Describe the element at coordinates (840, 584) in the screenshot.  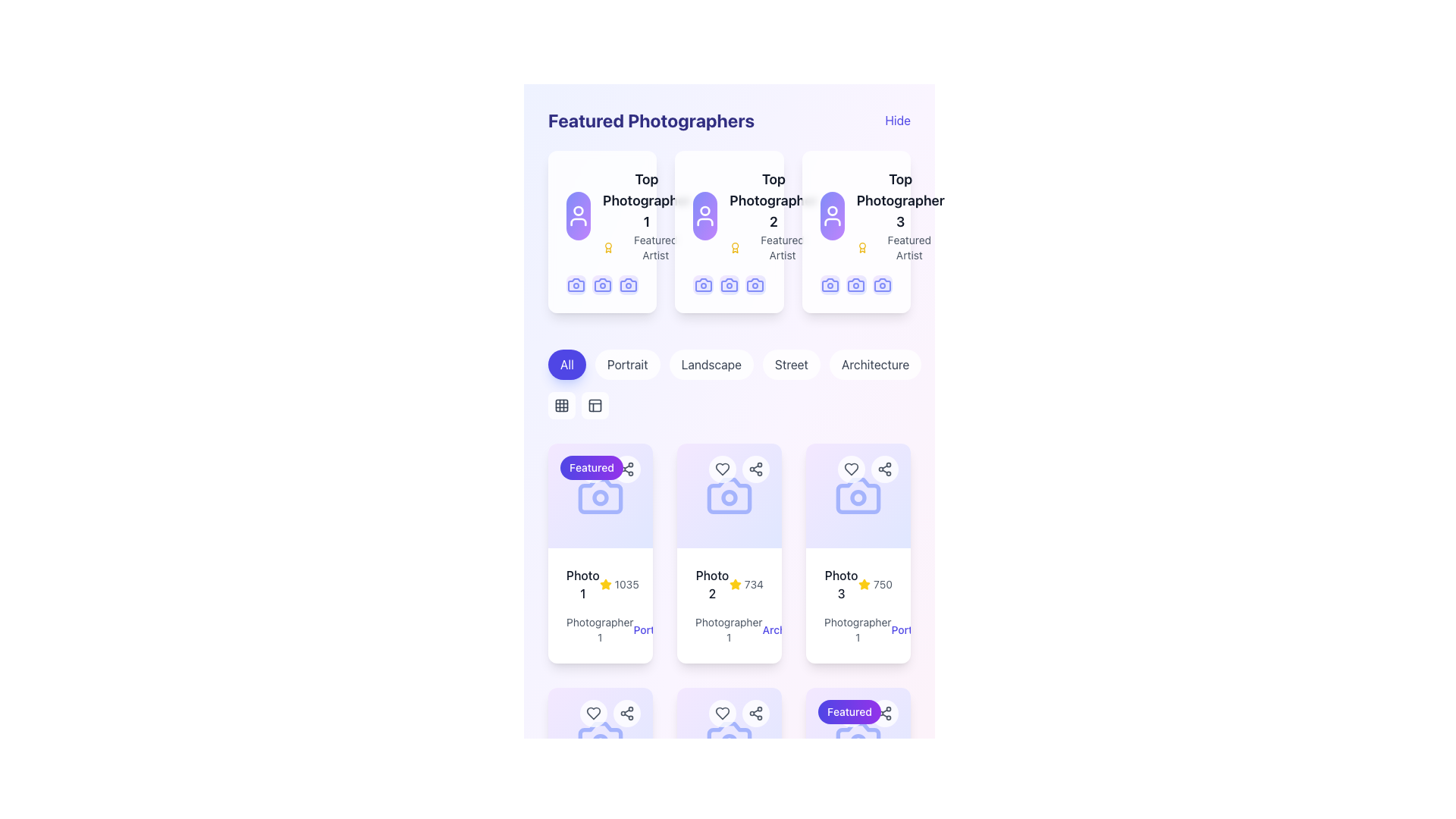
I see `the text label displaying 'Photo 3' in dark gray color, located in the third card of the interface` at that location.